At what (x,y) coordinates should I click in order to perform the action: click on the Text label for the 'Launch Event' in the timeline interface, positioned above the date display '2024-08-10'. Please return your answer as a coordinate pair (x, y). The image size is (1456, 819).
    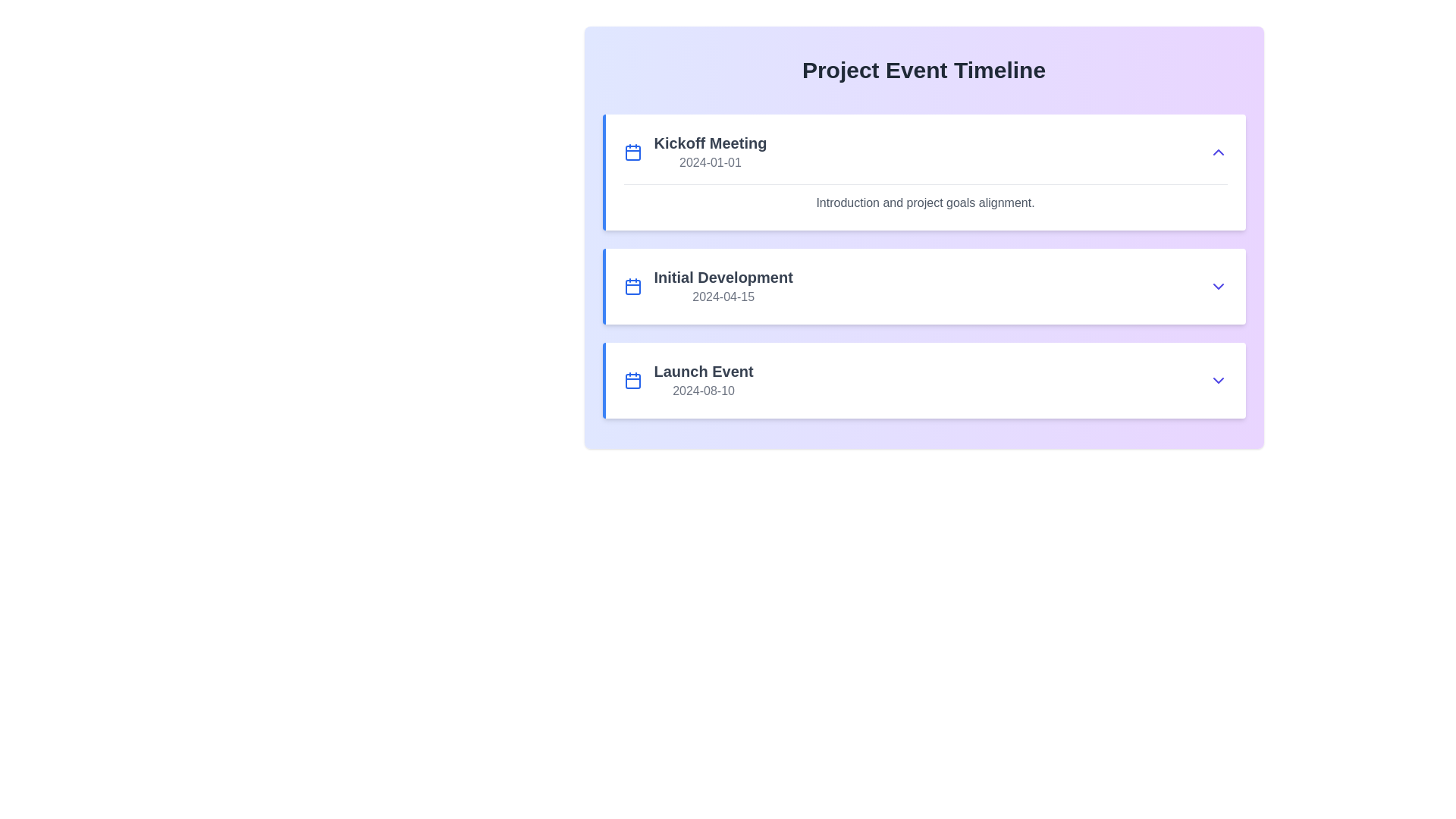
    Looking at the image, I should click on (703, 371).